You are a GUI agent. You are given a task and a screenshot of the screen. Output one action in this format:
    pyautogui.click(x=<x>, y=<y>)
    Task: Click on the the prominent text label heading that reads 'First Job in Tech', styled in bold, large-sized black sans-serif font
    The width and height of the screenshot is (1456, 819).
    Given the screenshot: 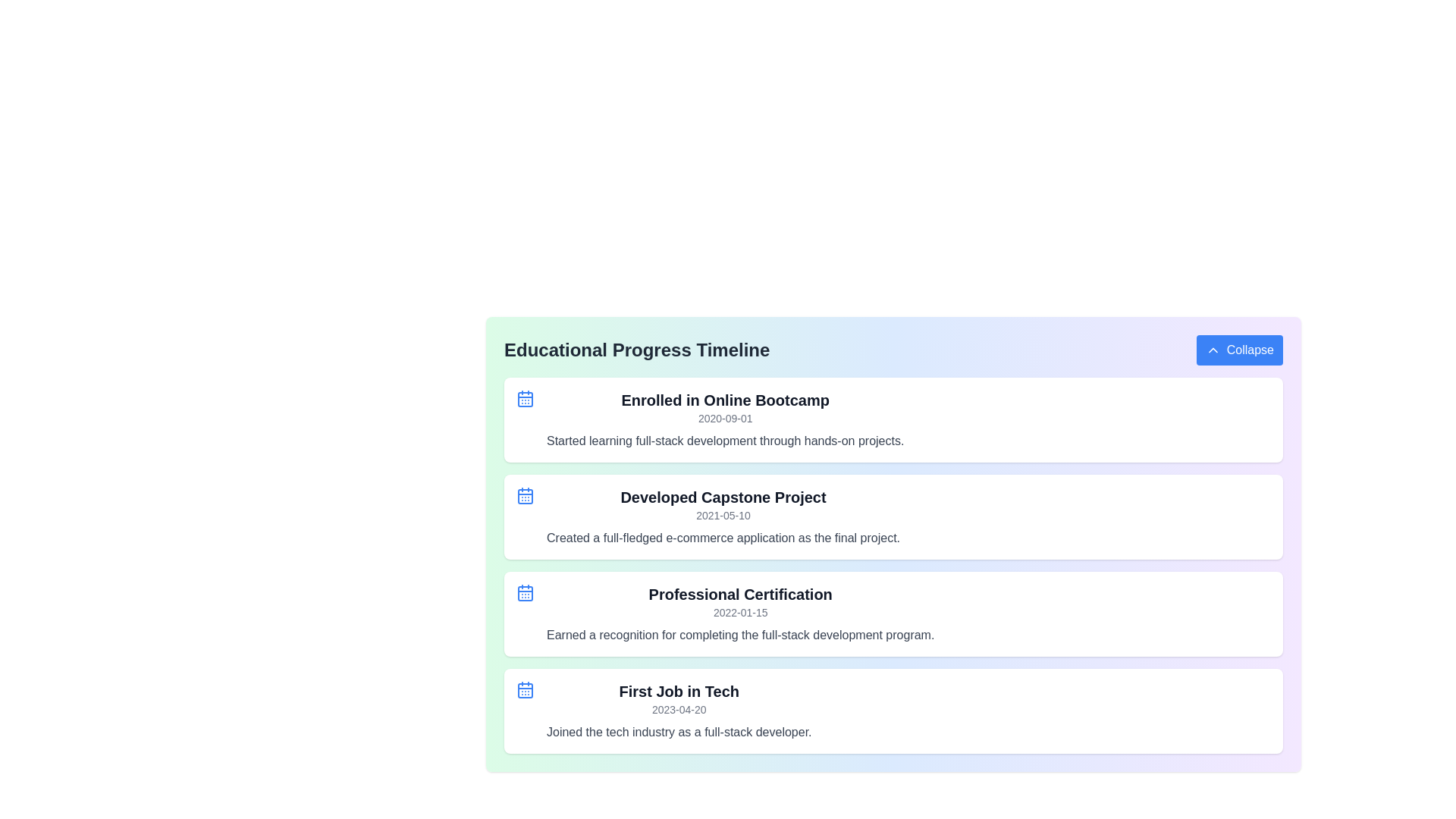 What is the action you would take?
    pyautogui.click(x=678, y=691)
    